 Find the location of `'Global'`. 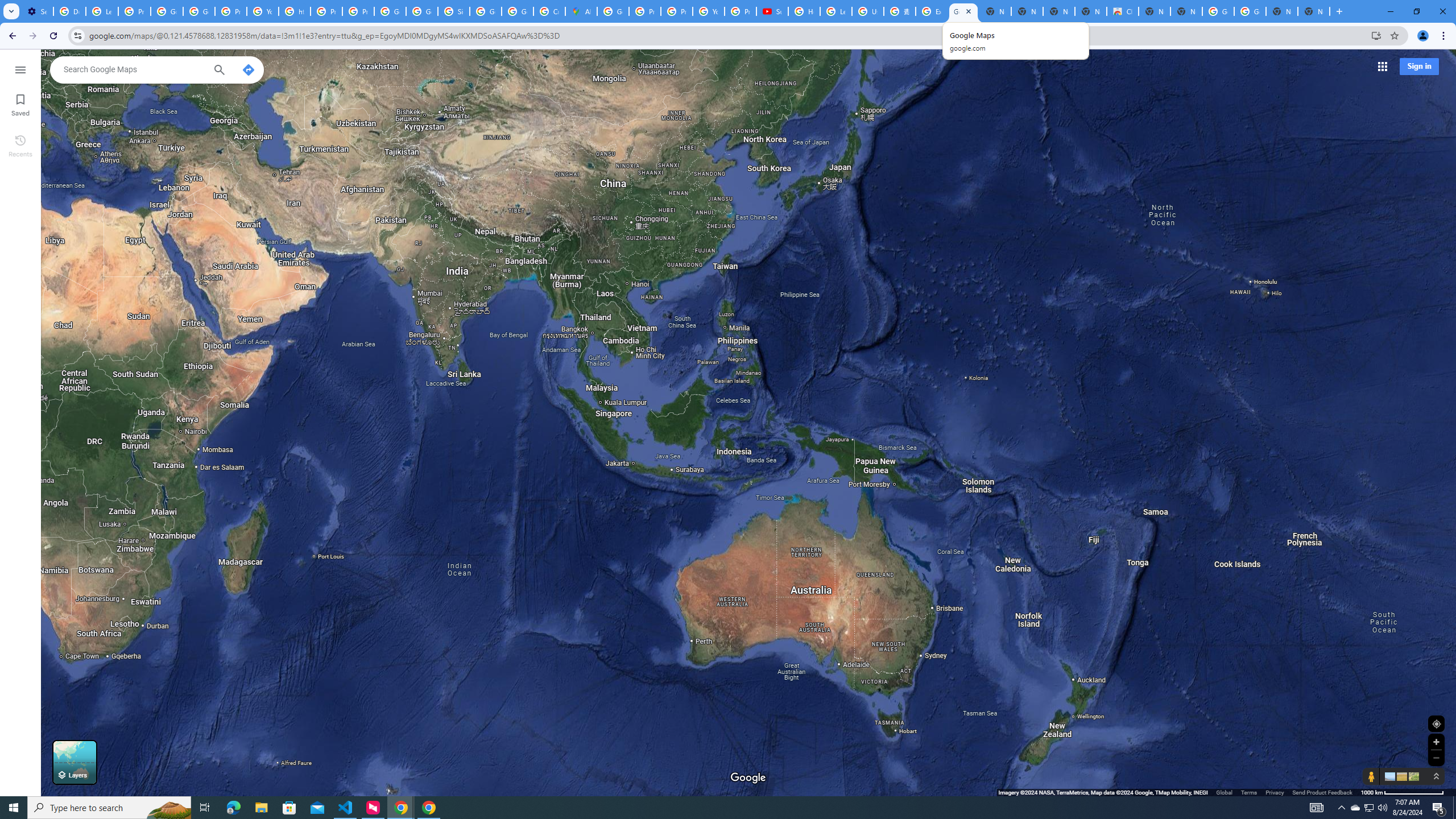

'Global' is located at coordinates (1224, 792).